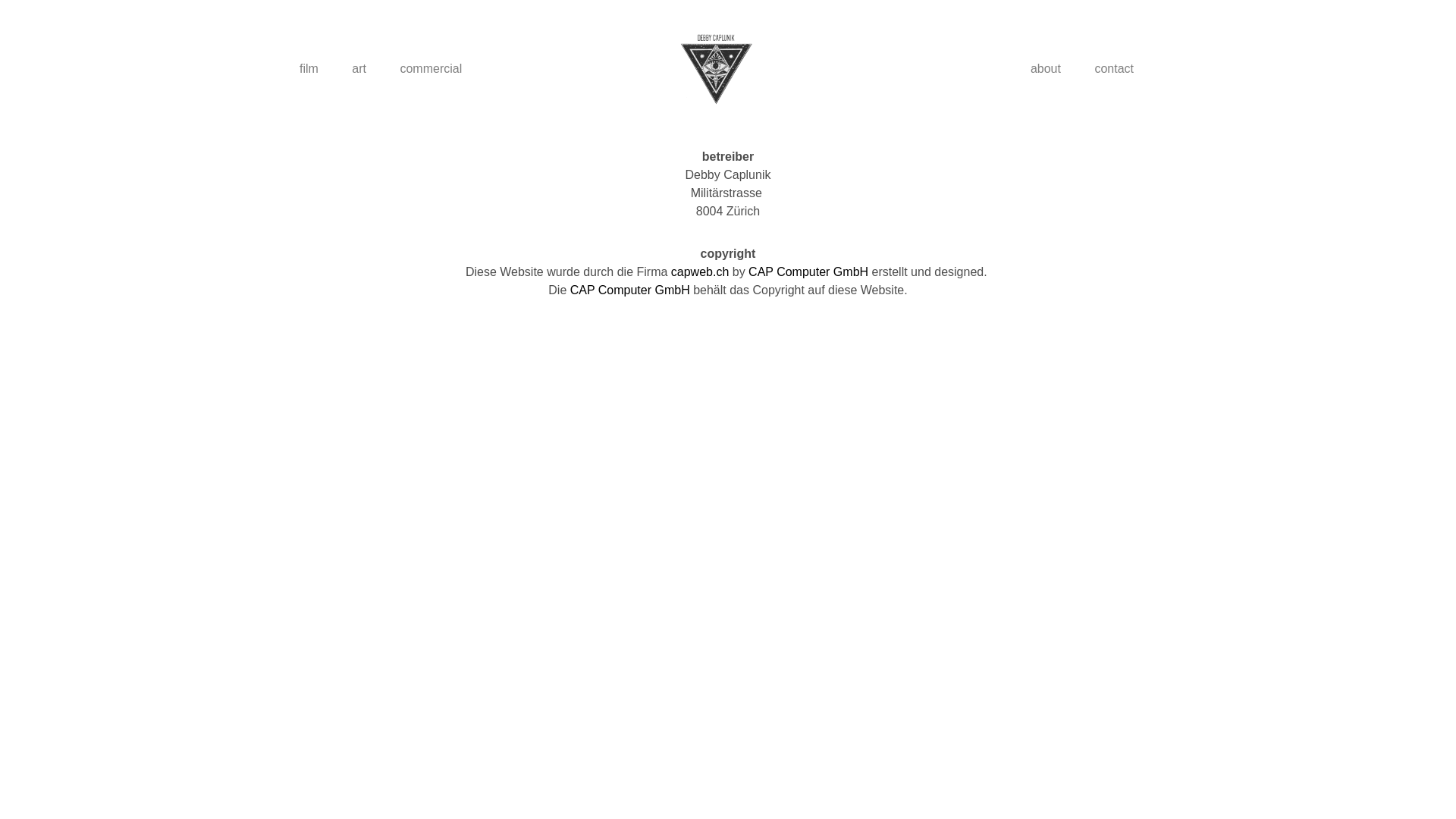 The width and height of the screenshot is (1456, 819). Describe the element at coordinates (1113, 69) in the screenshot. I see `'contact'` at that location.